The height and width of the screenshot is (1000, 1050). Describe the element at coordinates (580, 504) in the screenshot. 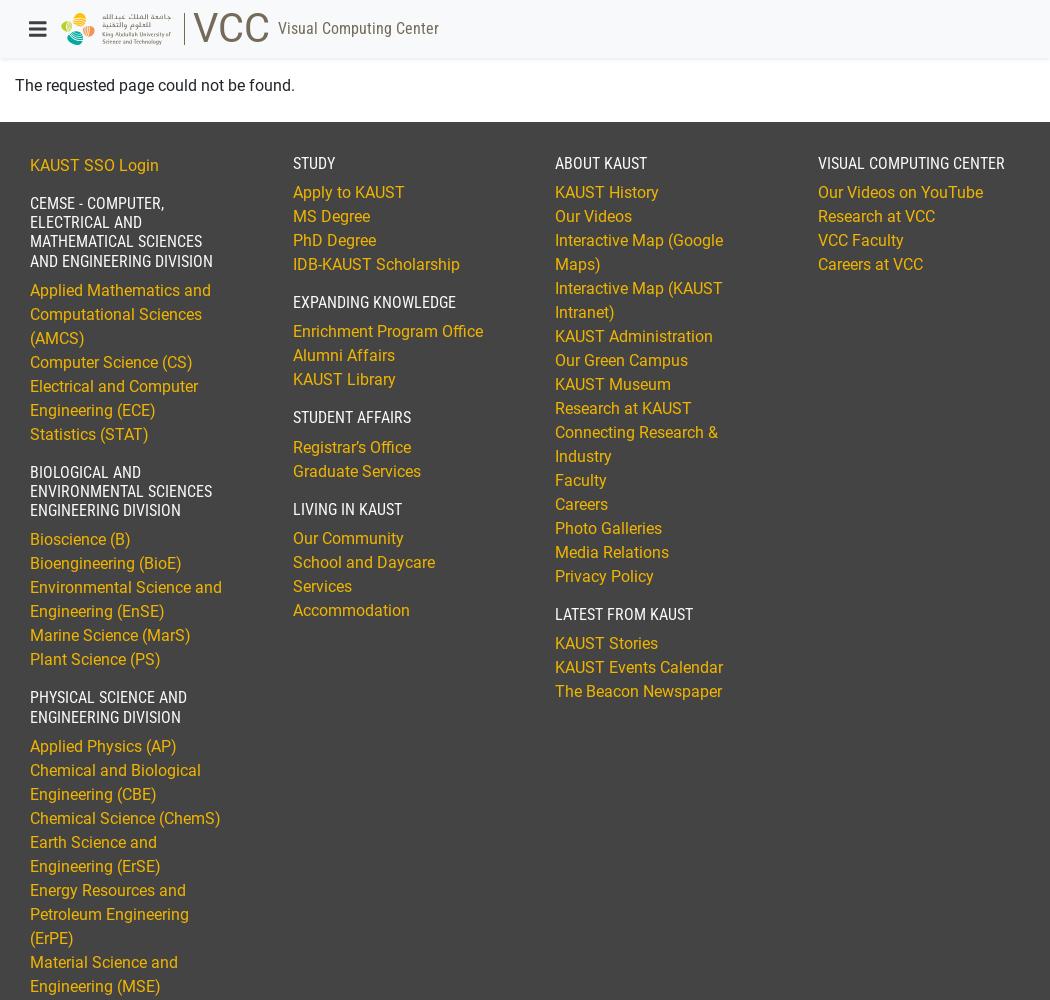

I see `'Careers'` at that location.